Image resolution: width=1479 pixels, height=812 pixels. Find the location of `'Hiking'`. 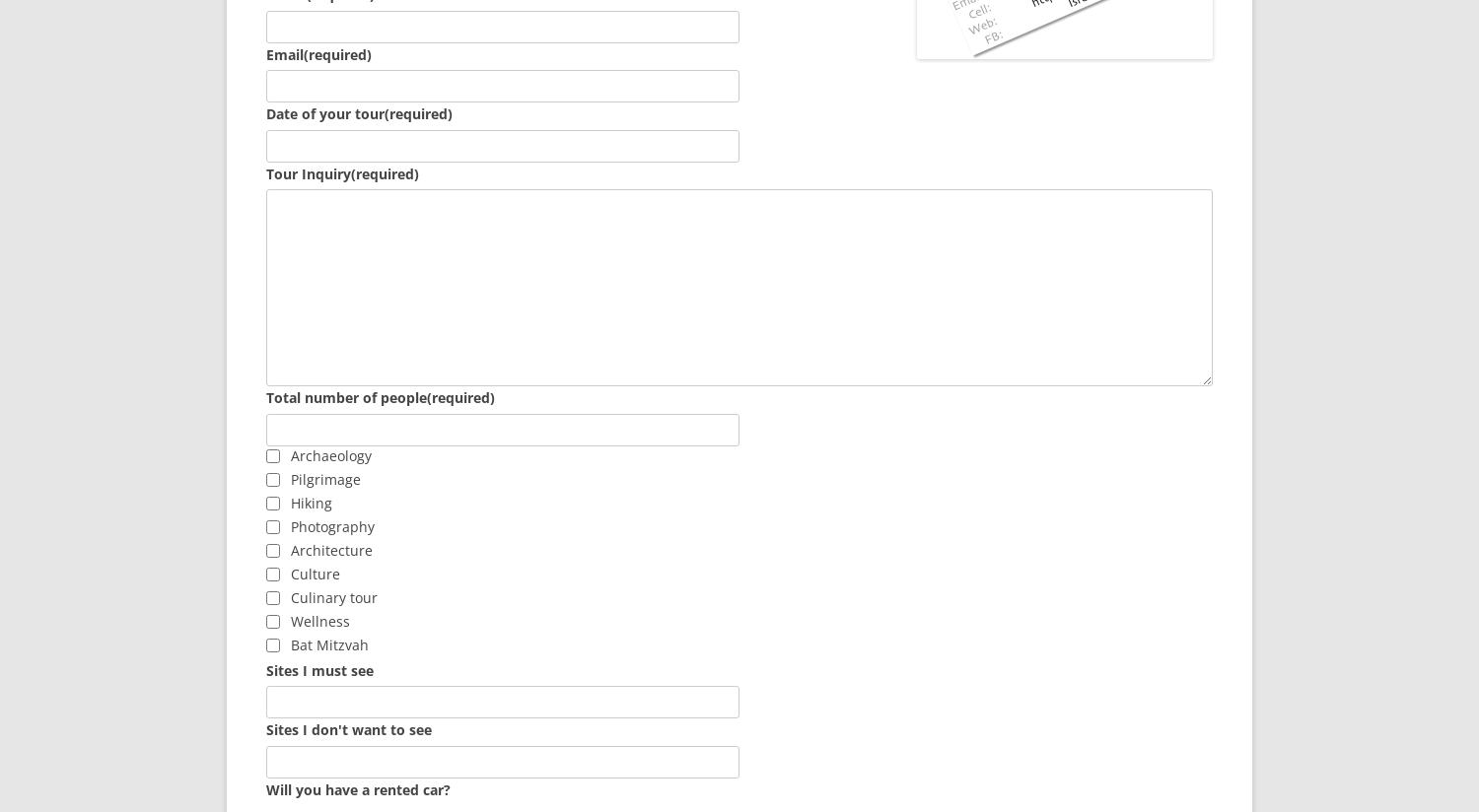

'Hiking' is located at coordinates (290, 501).